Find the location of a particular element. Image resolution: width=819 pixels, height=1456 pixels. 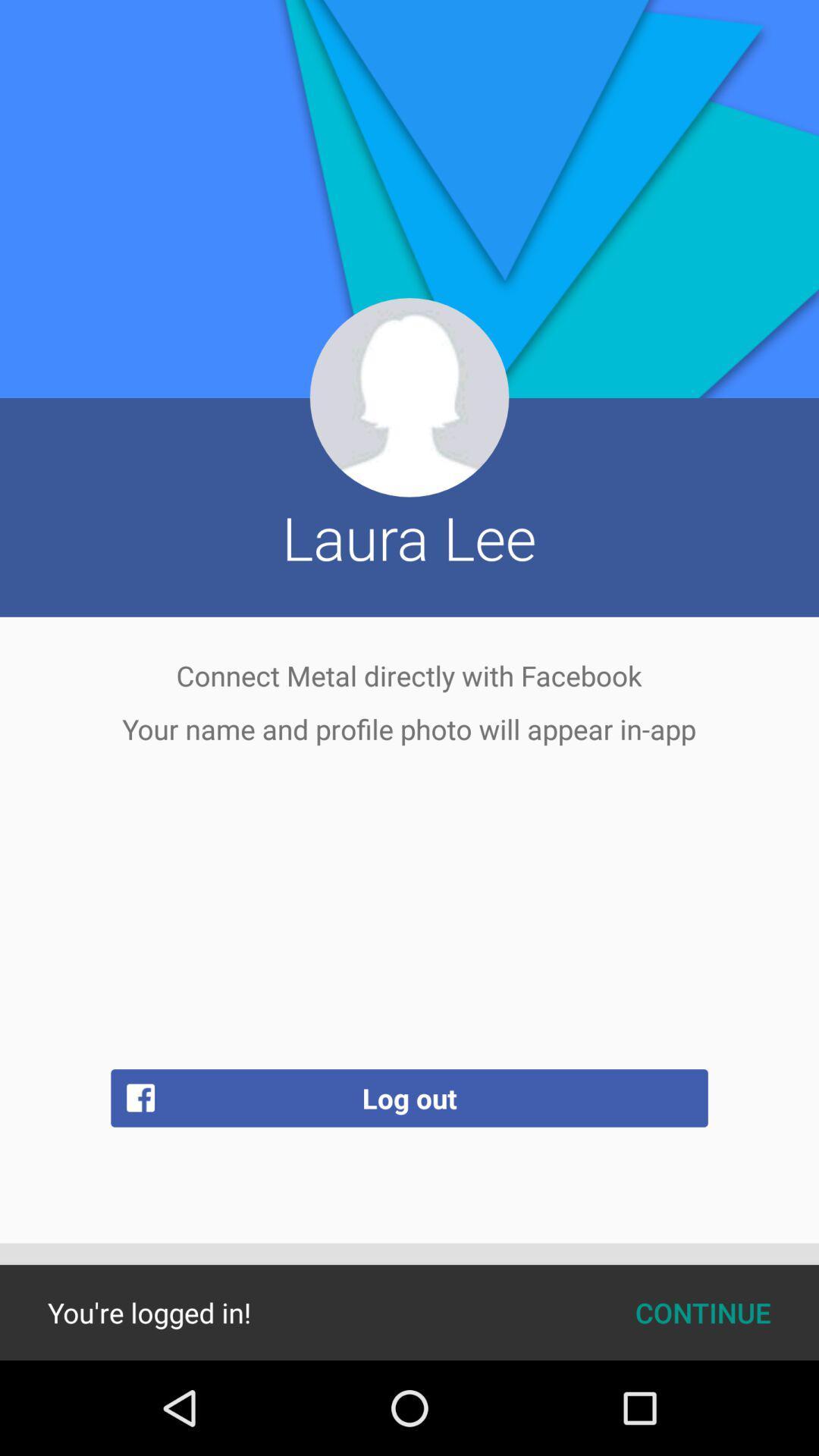

app below the your name and icon is located at coordinates (409, 1098).